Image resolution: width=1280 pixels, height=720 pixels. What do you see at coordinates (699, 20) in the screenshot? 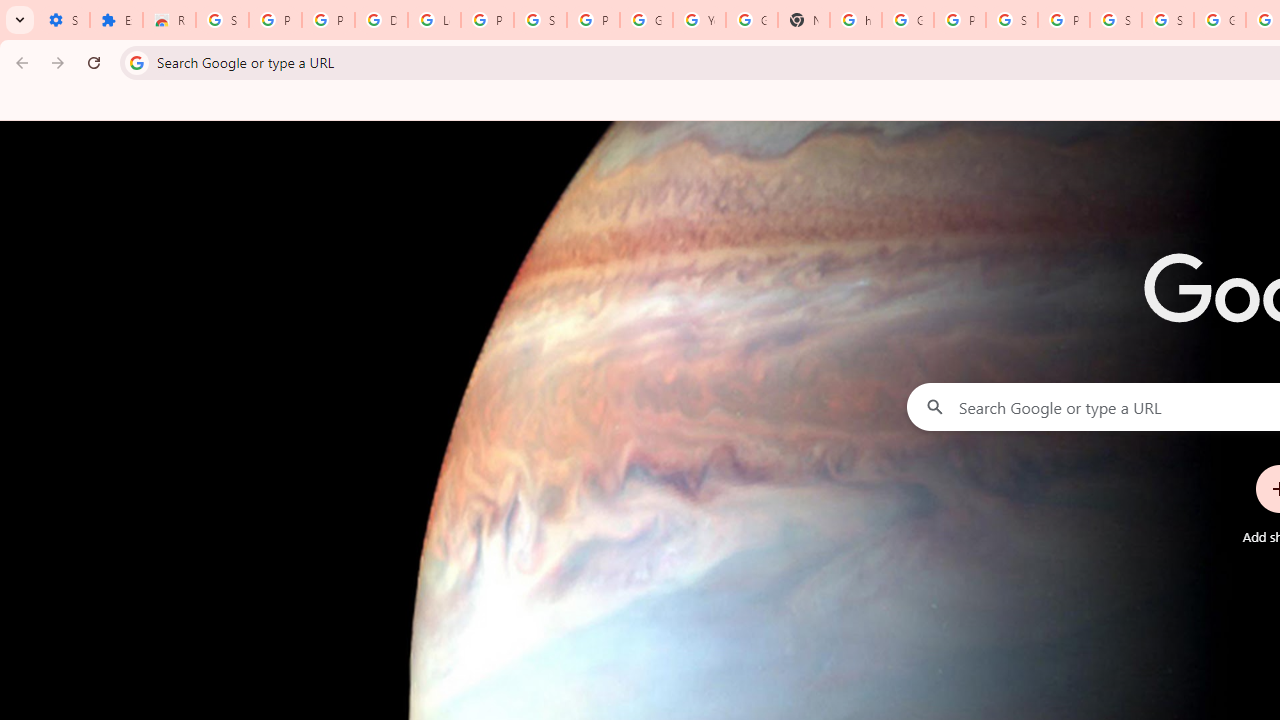
I see `'YouTube'` at bounding box center [699, 20].